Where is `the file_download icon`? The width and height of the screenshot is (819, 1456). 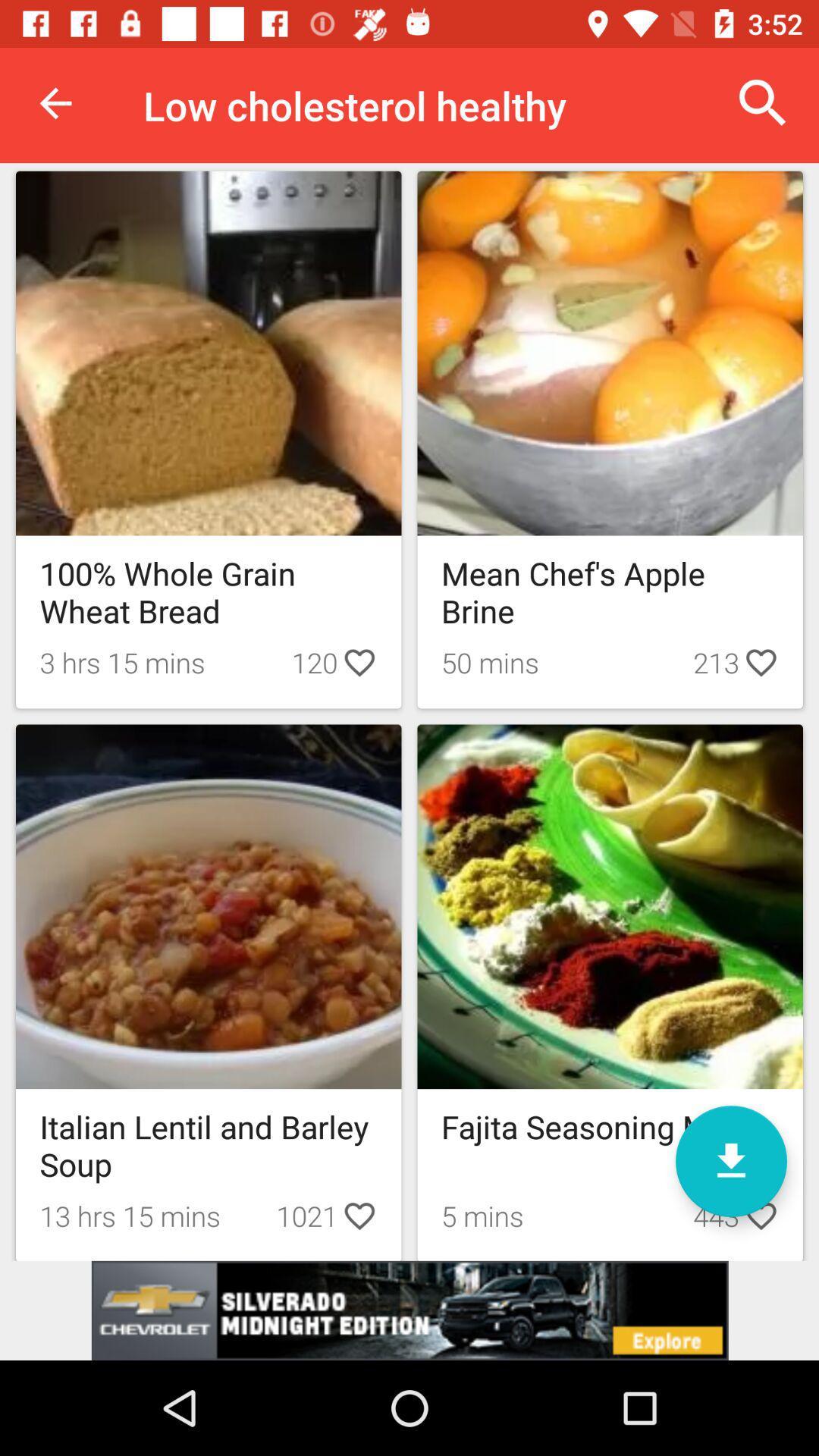
the file_download icon is located at coordinates (730, 1160).